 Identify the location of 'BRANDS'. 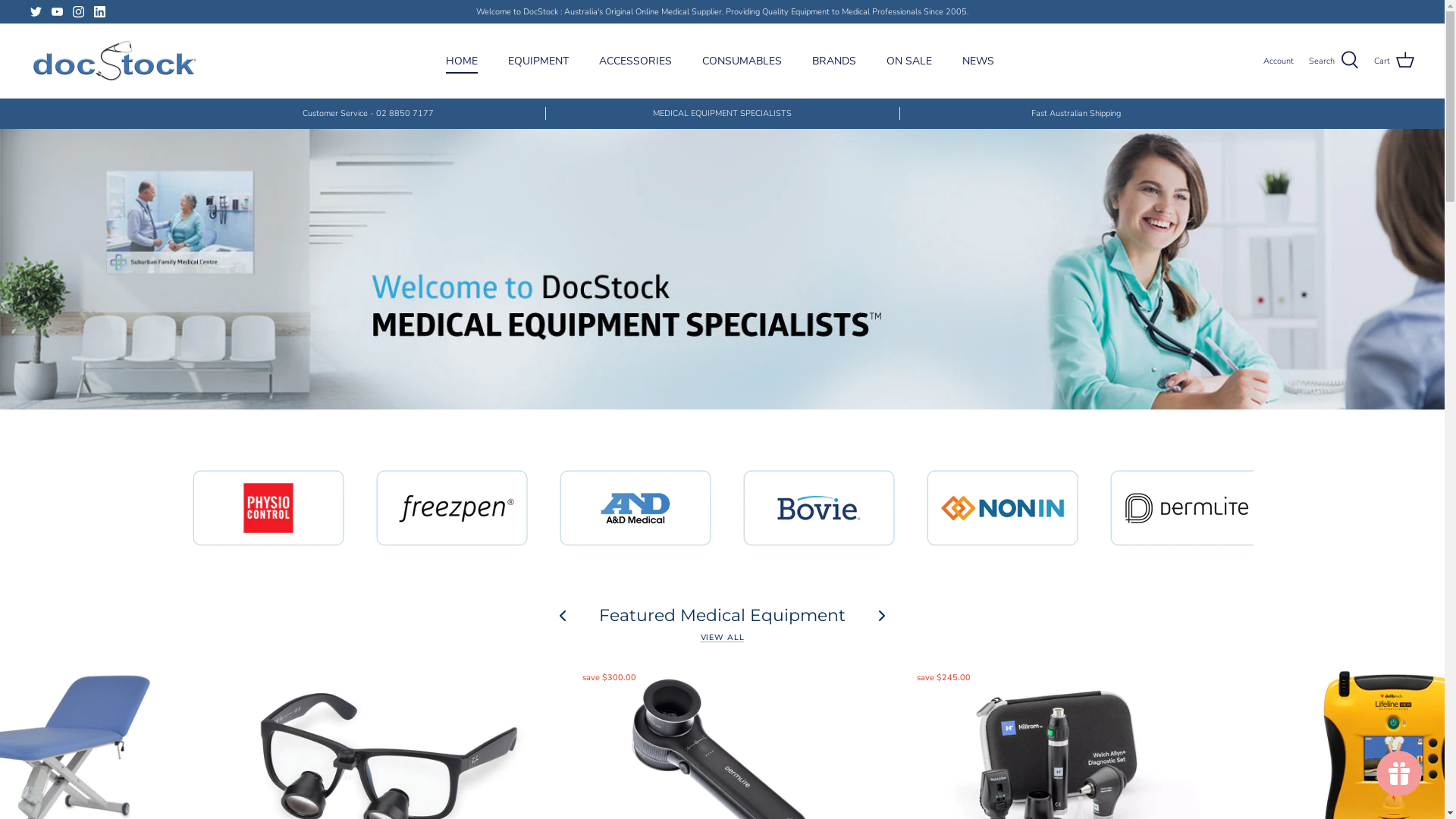
(833, 60).